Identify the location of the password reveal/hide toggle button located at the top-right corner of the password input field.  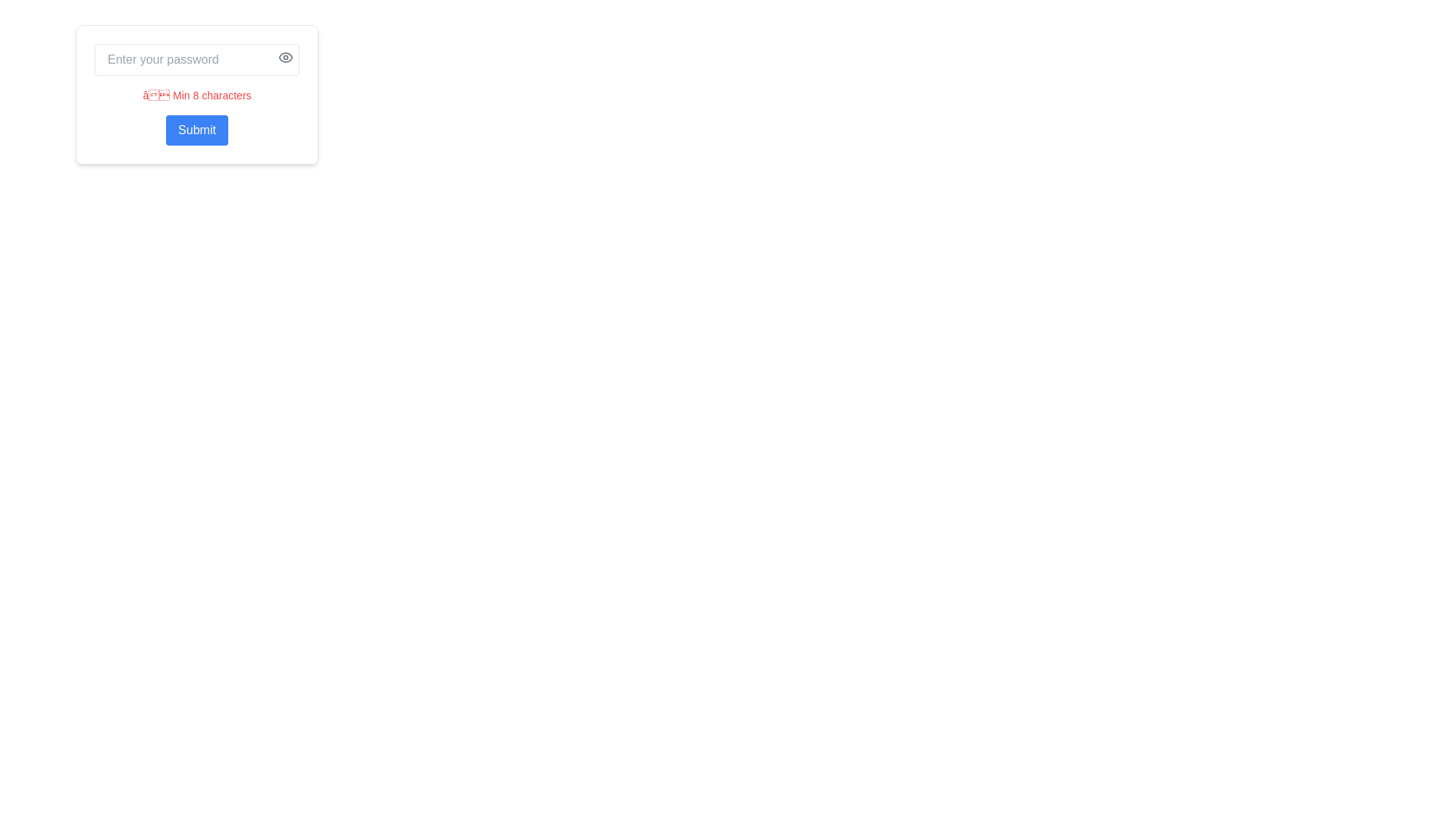
(286, 57).